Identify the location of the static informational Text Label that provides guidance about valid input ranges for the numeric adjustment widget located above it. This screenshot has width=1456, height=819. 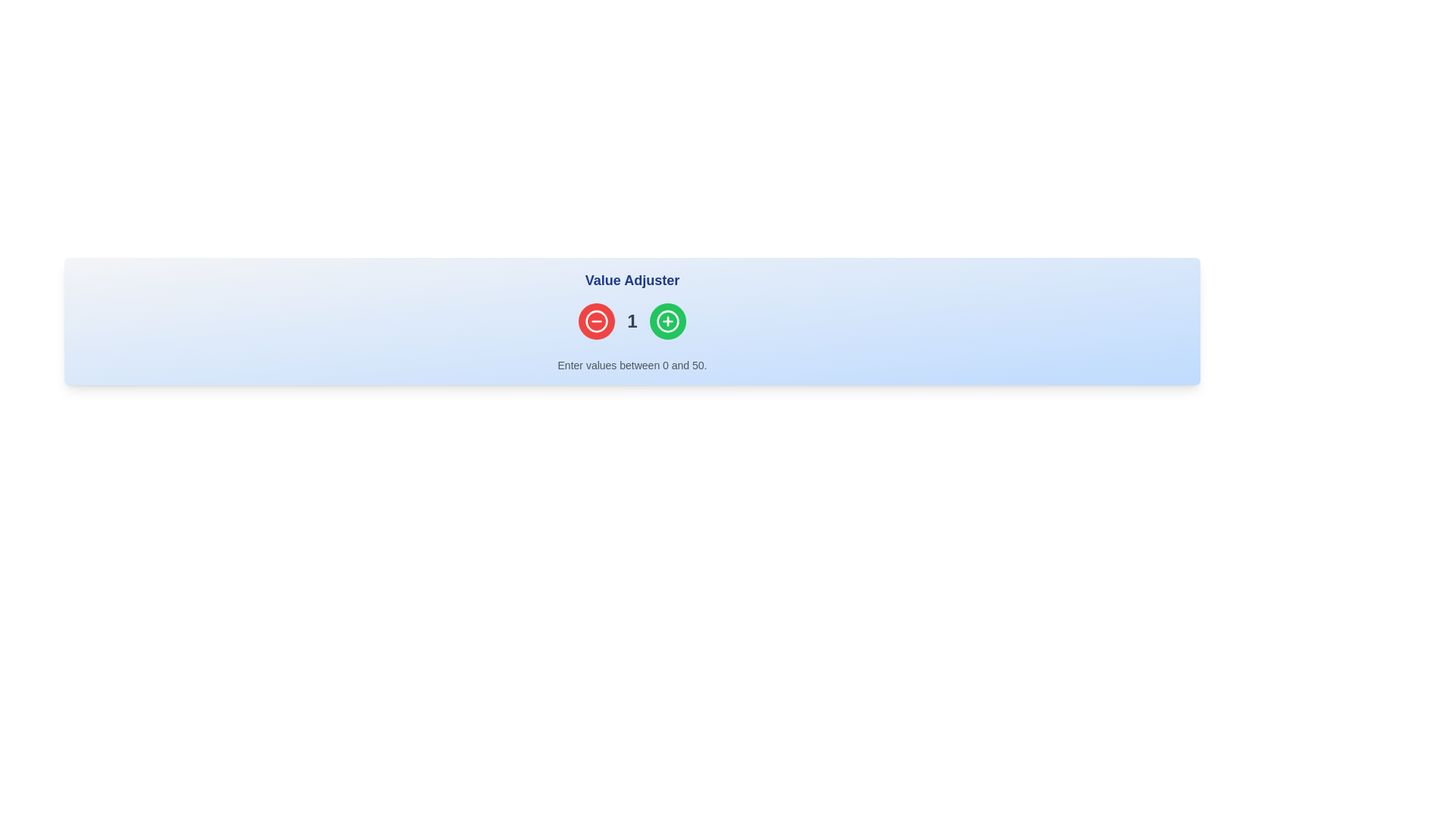
(632, 366).